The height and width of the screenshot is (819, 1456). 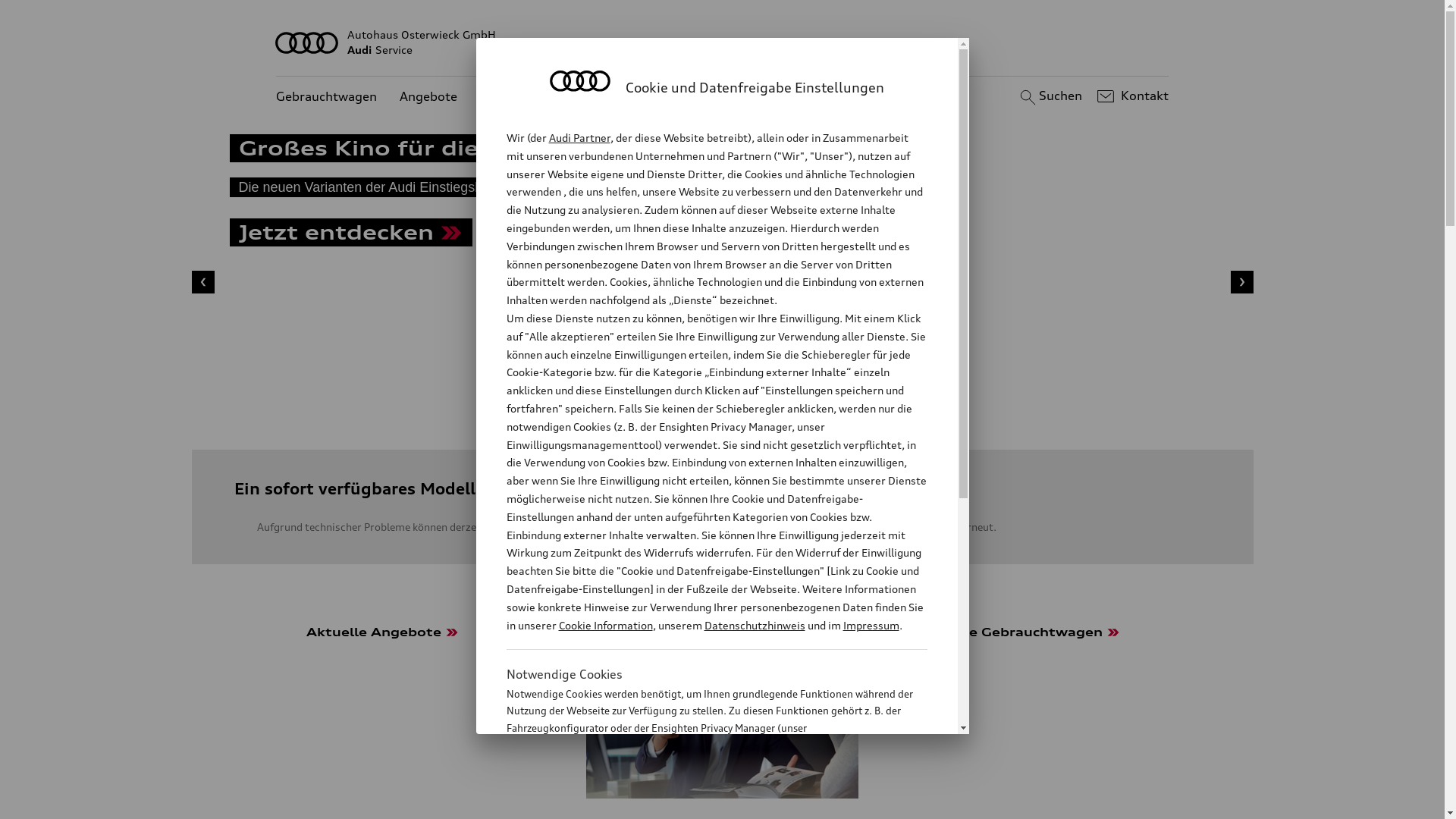 I want to click on 'Datenschutzhinweis', so click(x=754, y=625).